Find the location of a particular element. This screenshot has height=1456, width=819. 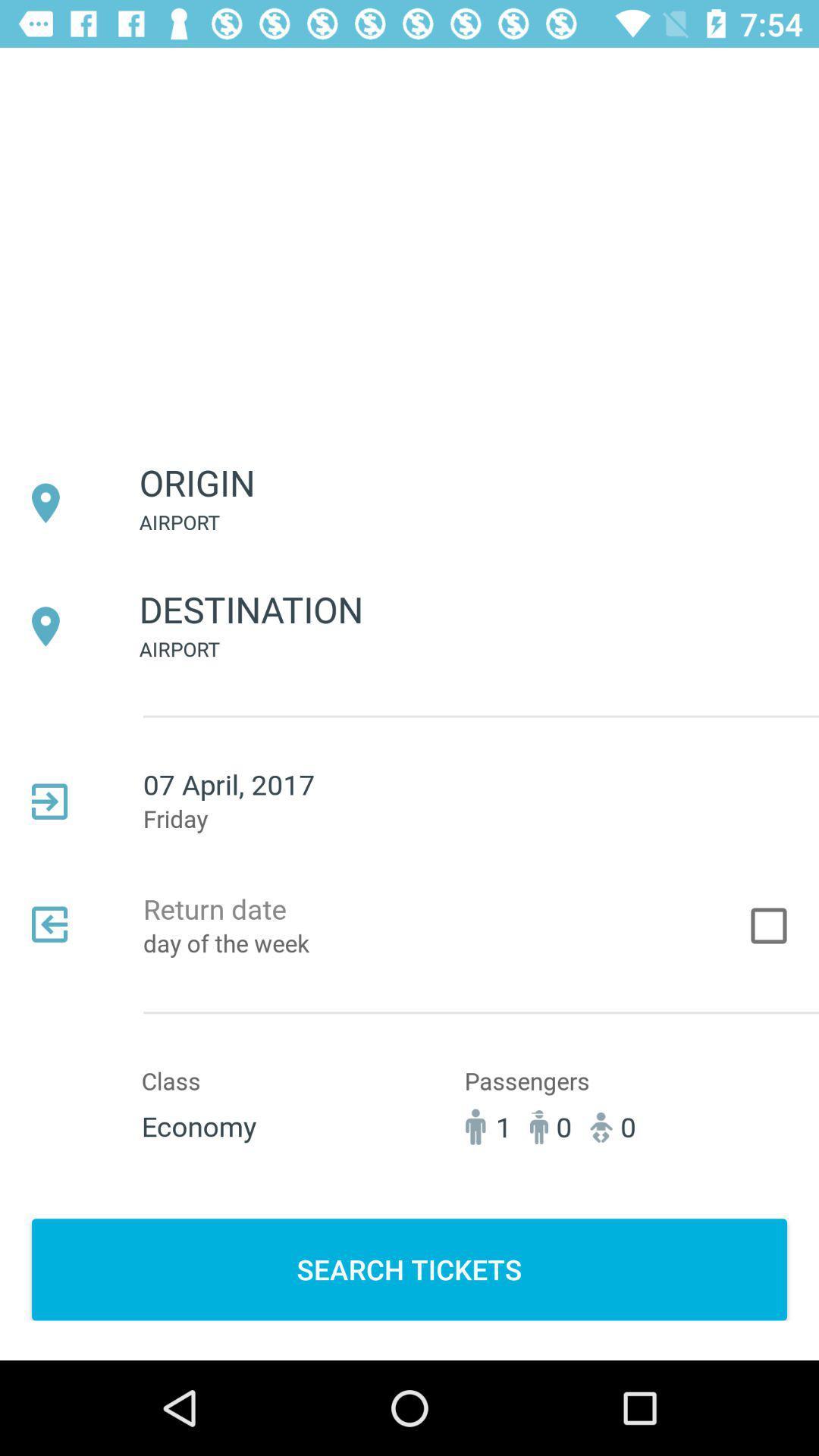

item below 1 icon is located at coordinates (409, 1269).